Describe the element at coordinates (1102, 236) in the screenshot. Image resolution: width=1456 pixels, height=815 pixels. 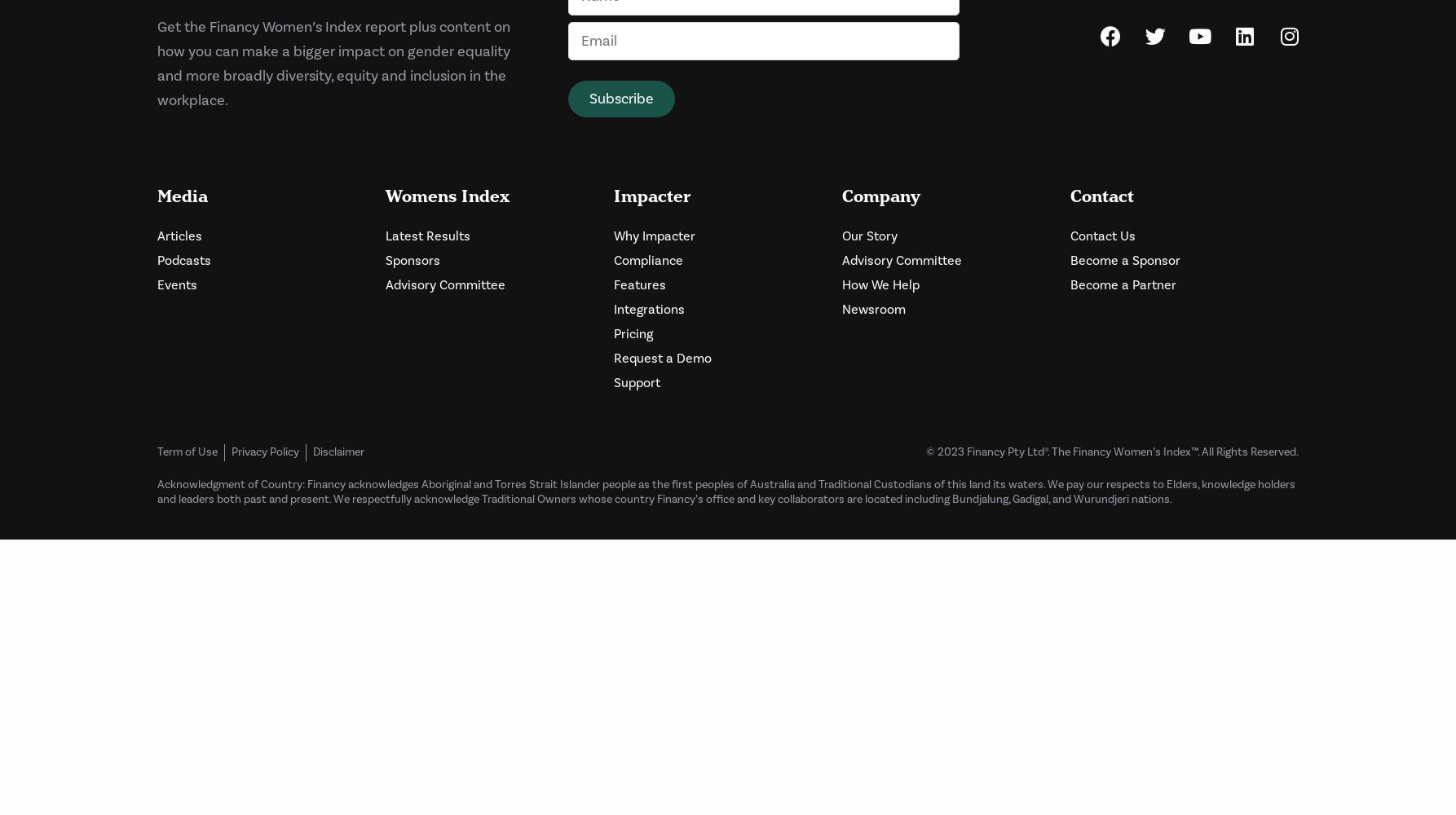
I see `'Contact Us'` at that location.